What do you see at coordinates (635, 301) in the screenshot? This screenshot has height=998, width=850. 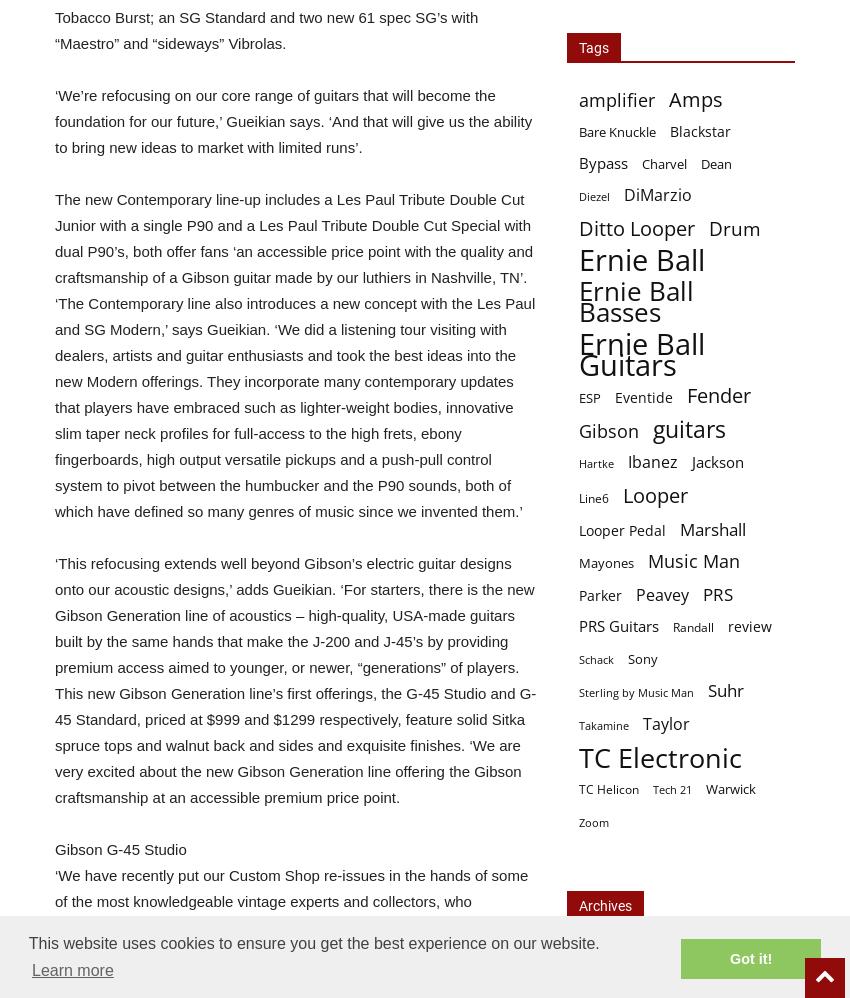 I see `'Ernie Ball Basses'` at bounding box center [635, 301].